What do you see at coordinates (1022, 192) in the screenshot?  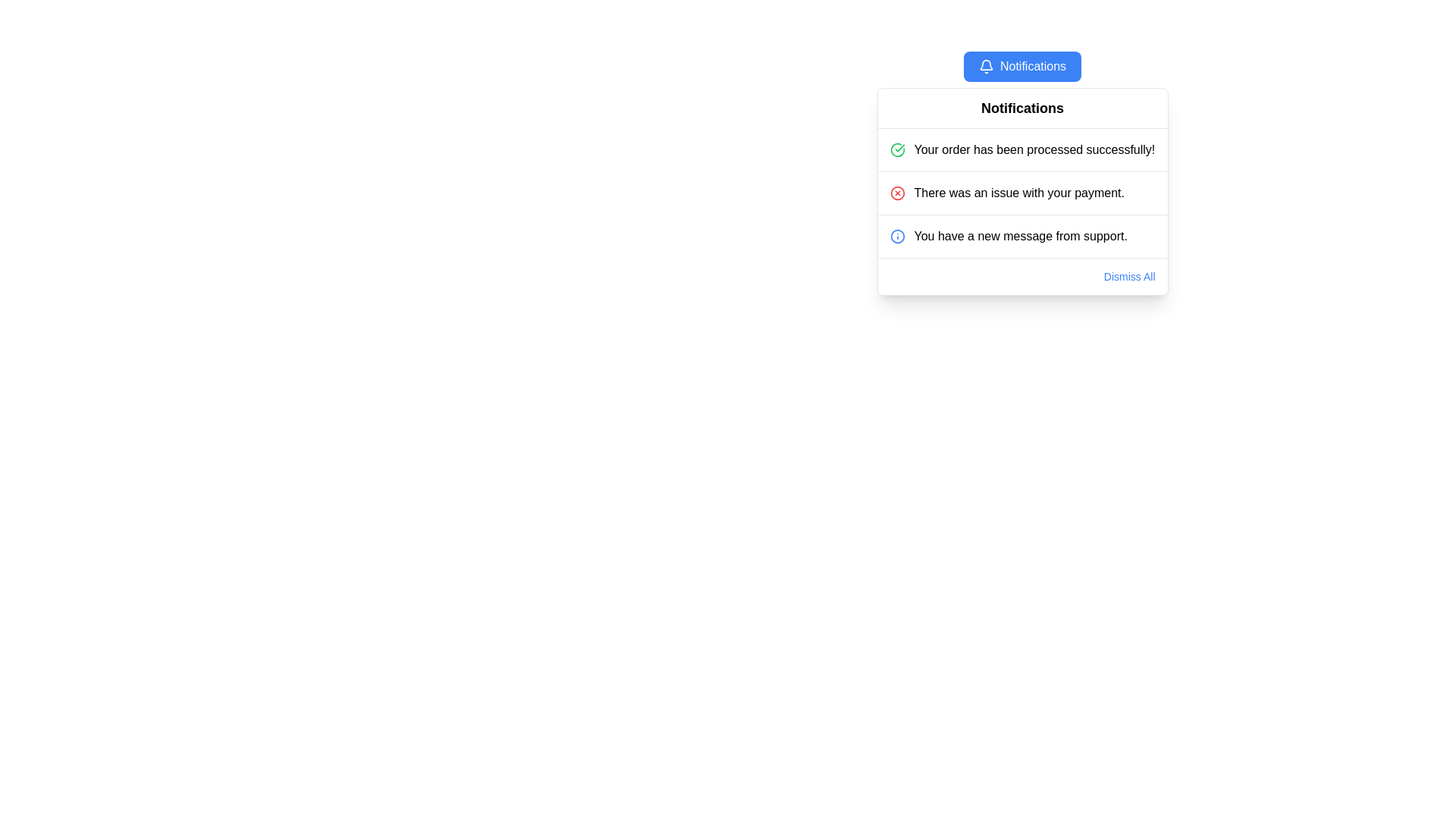 I see `notification with a red circular icon and text stating 'There was an issue with your payment.', which is the second notification in the list` at bounding box center [1022, 192].